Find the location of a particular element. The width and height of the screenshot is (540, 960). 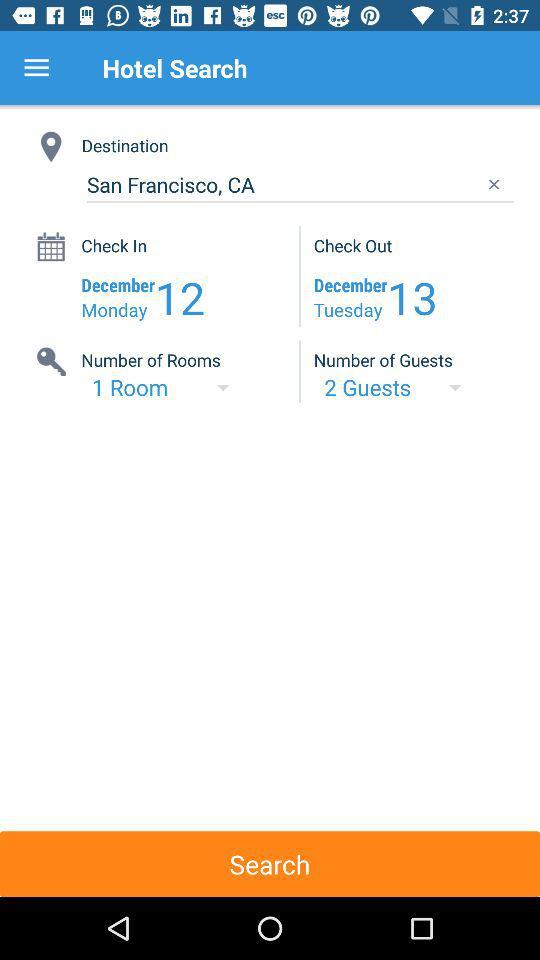

item next to hotel search icon is located at coordinates (36, 68).